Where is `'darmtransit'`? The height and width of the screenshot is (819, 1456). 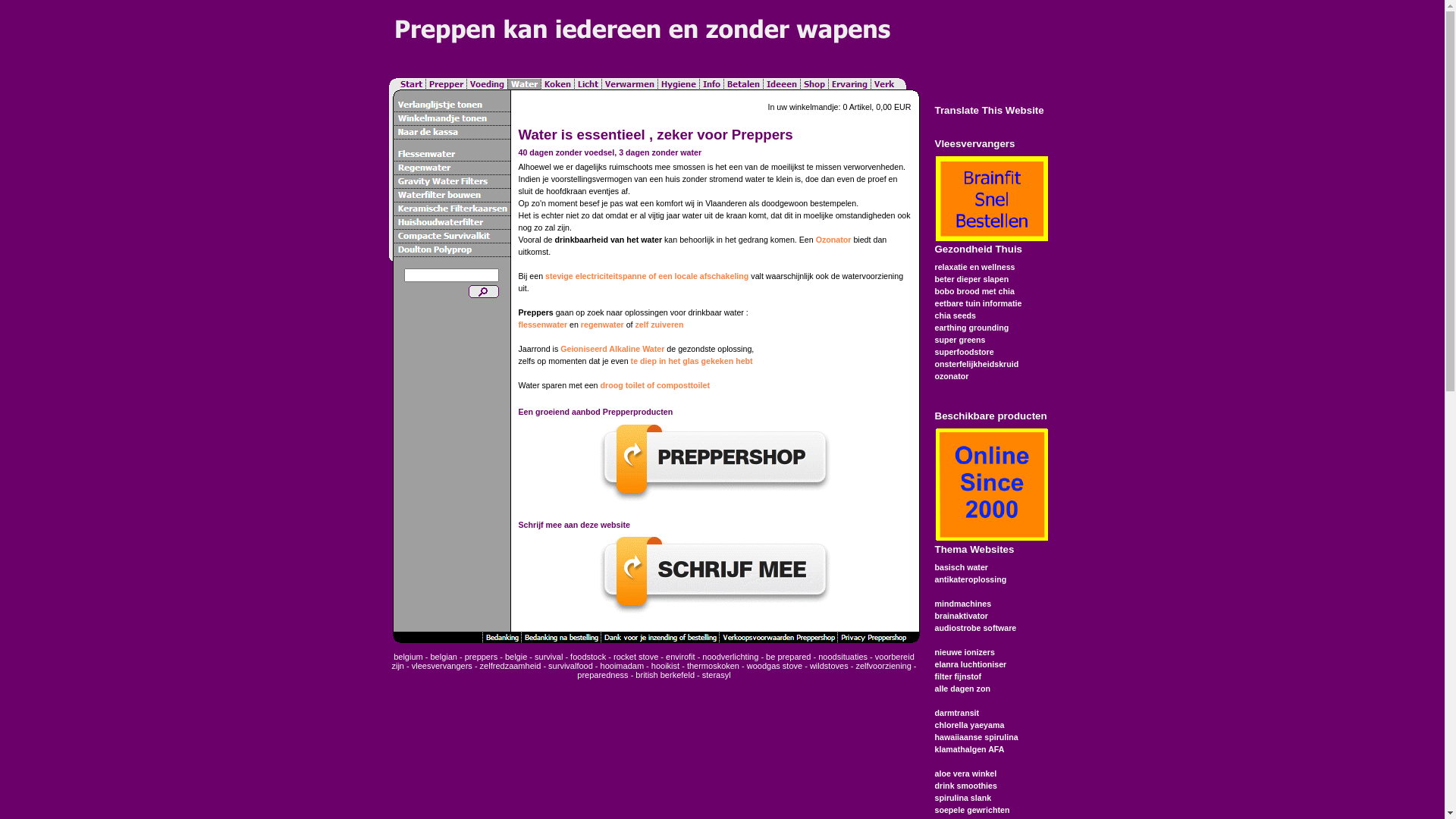 'darmtransit' is located at coordinates (955, 713).